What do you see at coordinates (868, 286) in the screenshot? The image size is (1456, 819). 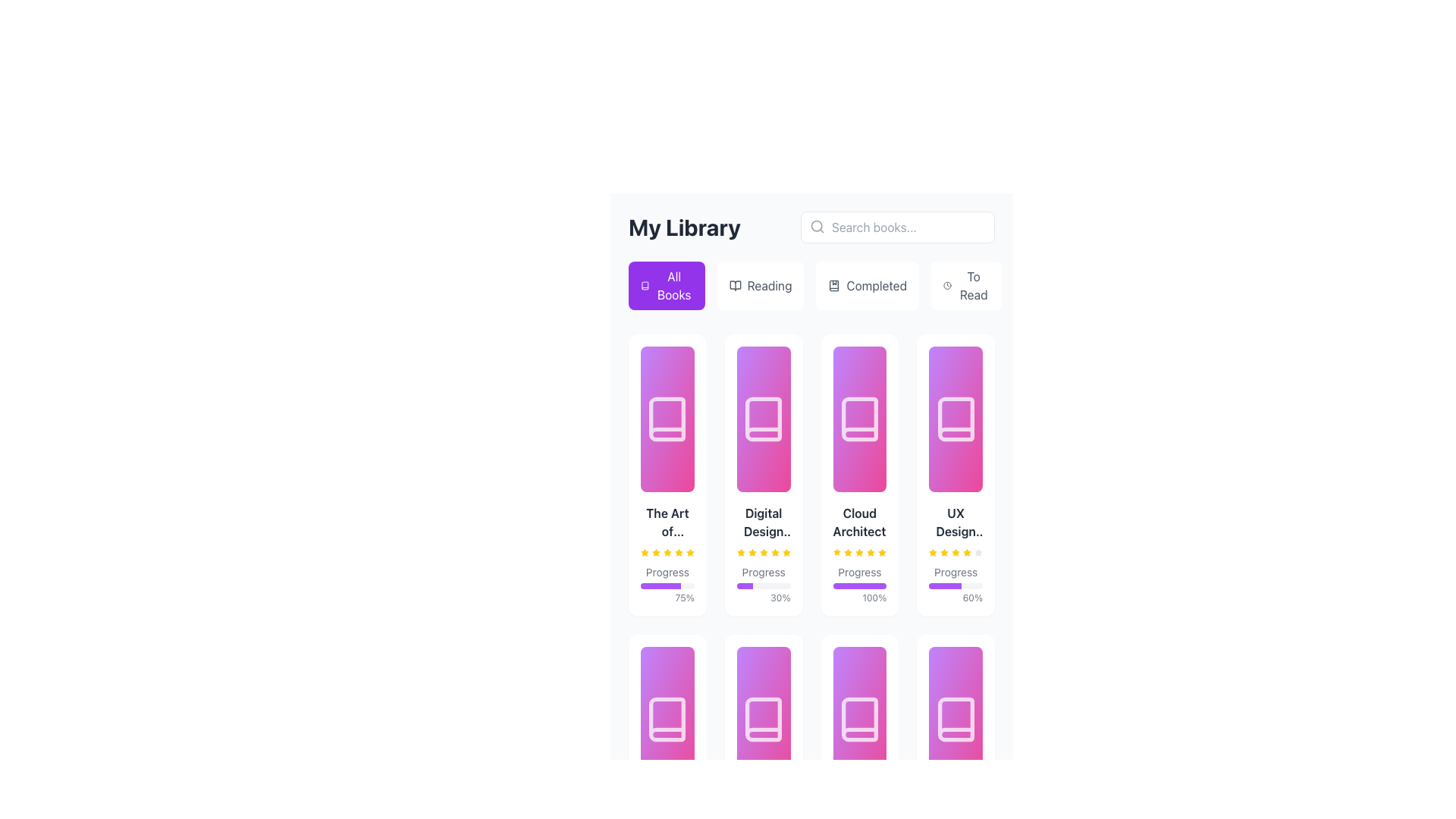 I see `the 'Completed' filter button located in the horizontal navigation group, which is positioned third from the left in the top section of the interface` at bounding box center [868, 286].